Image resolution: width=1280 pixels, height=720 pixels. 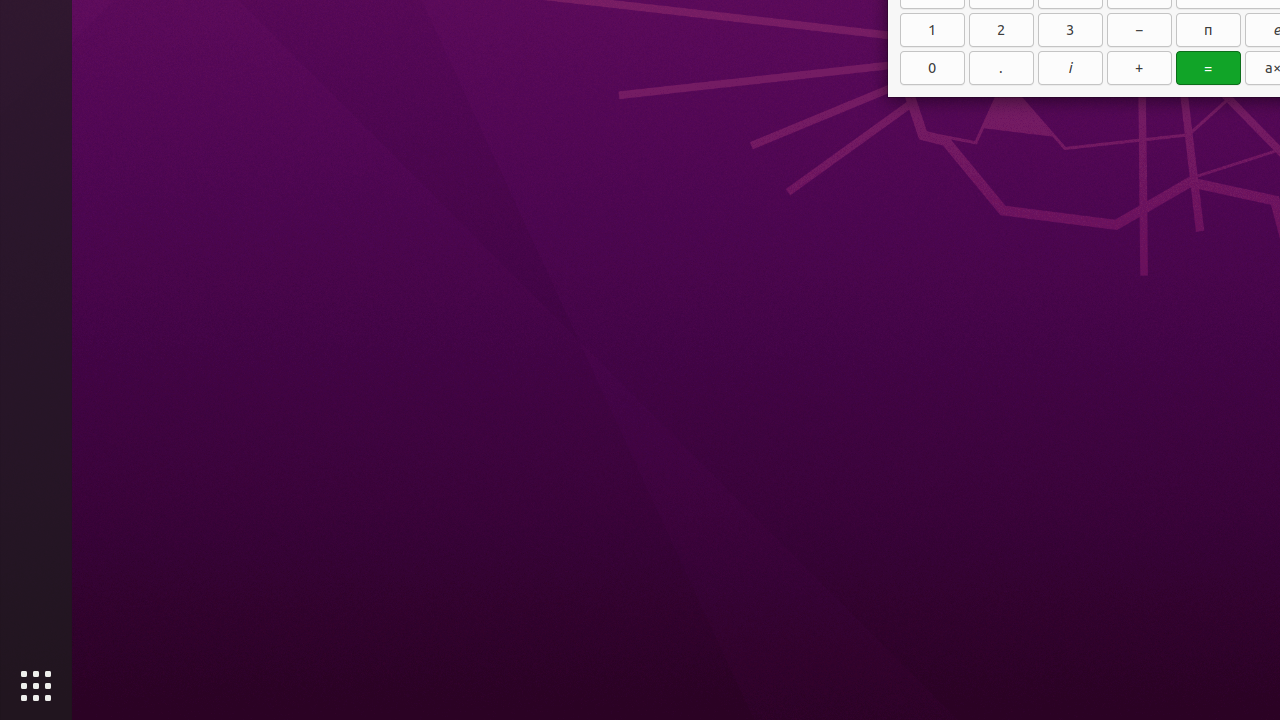 What do you see at coordinates (1139, 30) in the screenshot?
I see `'−'` at bounding box center [1139, 30].